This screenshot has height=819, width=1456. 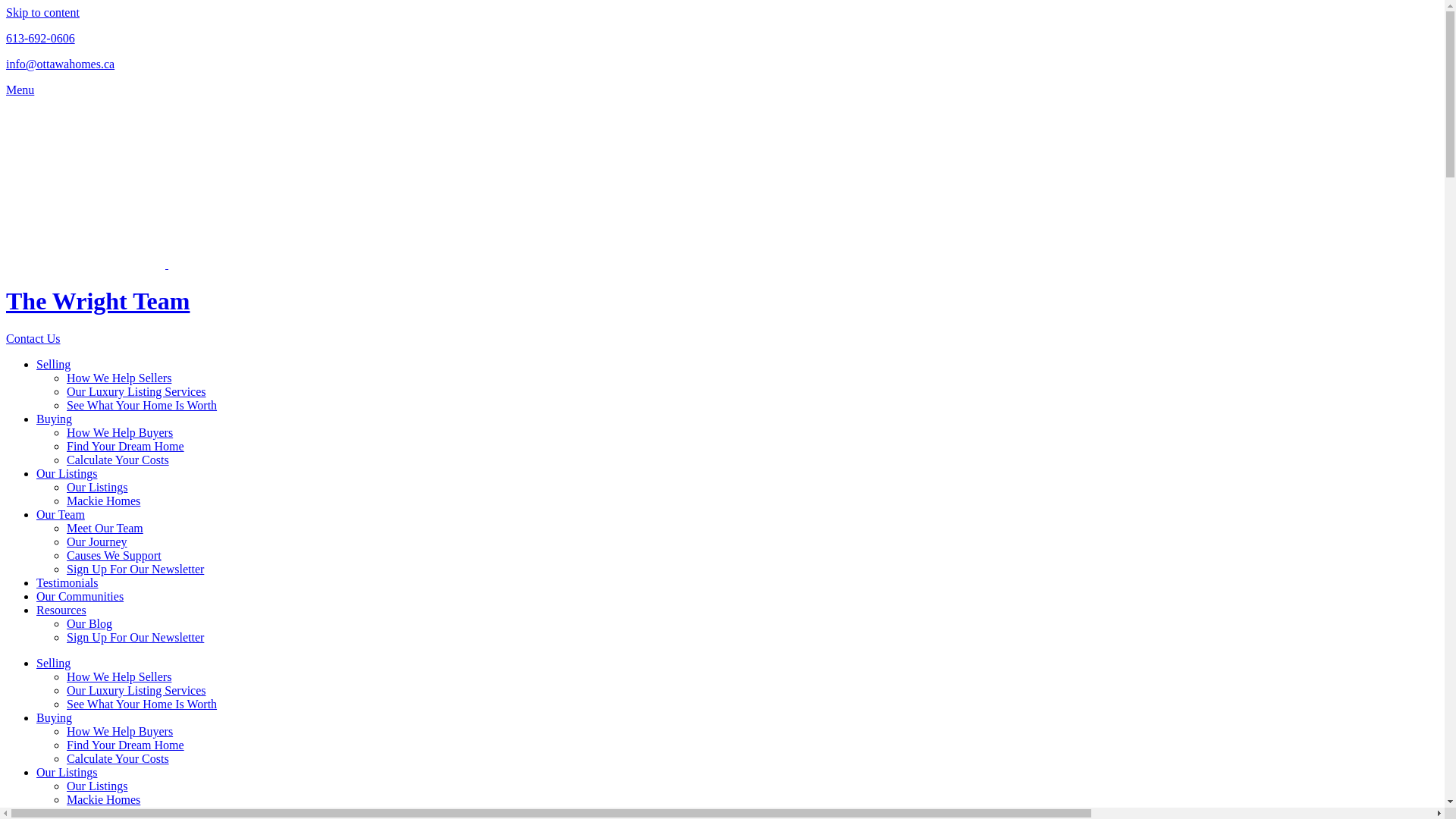 What do you see at coordinates (135, 569) in the screenshot?
I see `'Sign Up For Our Newsletter'` at bounding box center [135, 569].